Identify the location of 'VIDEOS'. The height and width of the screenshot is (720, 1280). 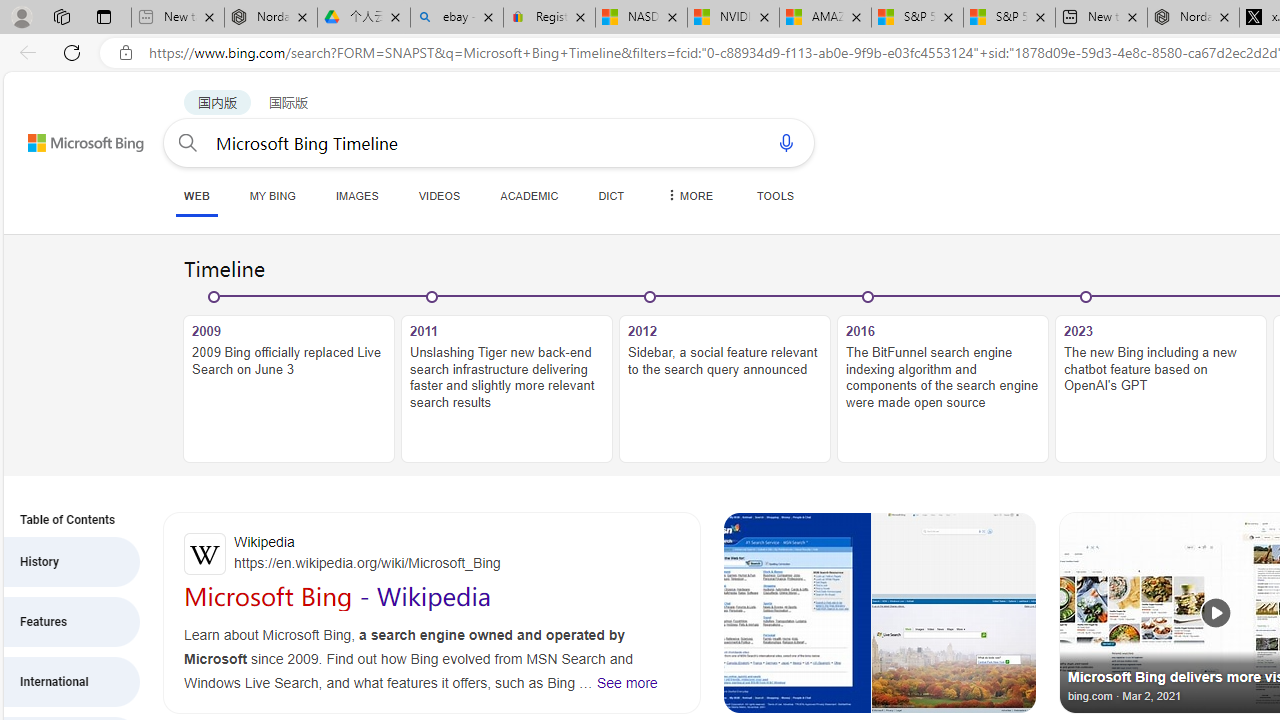
(438, 195).